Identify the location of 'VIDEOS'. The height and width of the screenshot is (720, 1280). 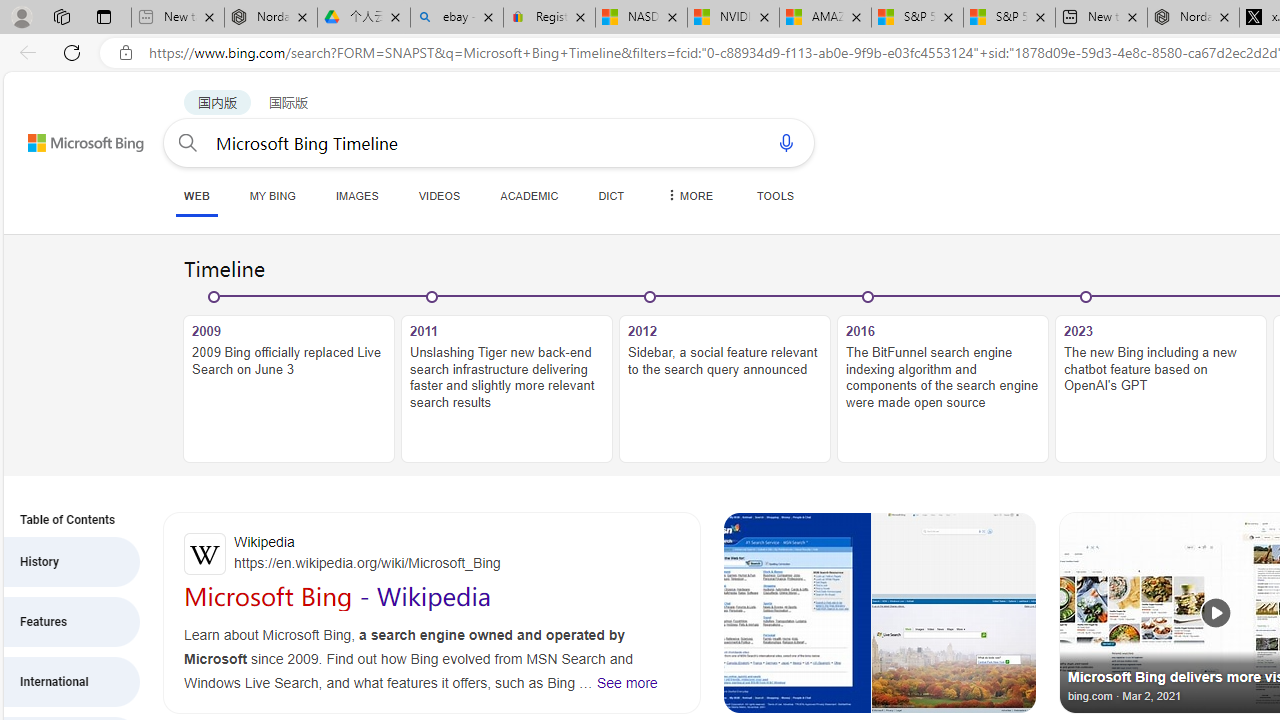
(438, 195).